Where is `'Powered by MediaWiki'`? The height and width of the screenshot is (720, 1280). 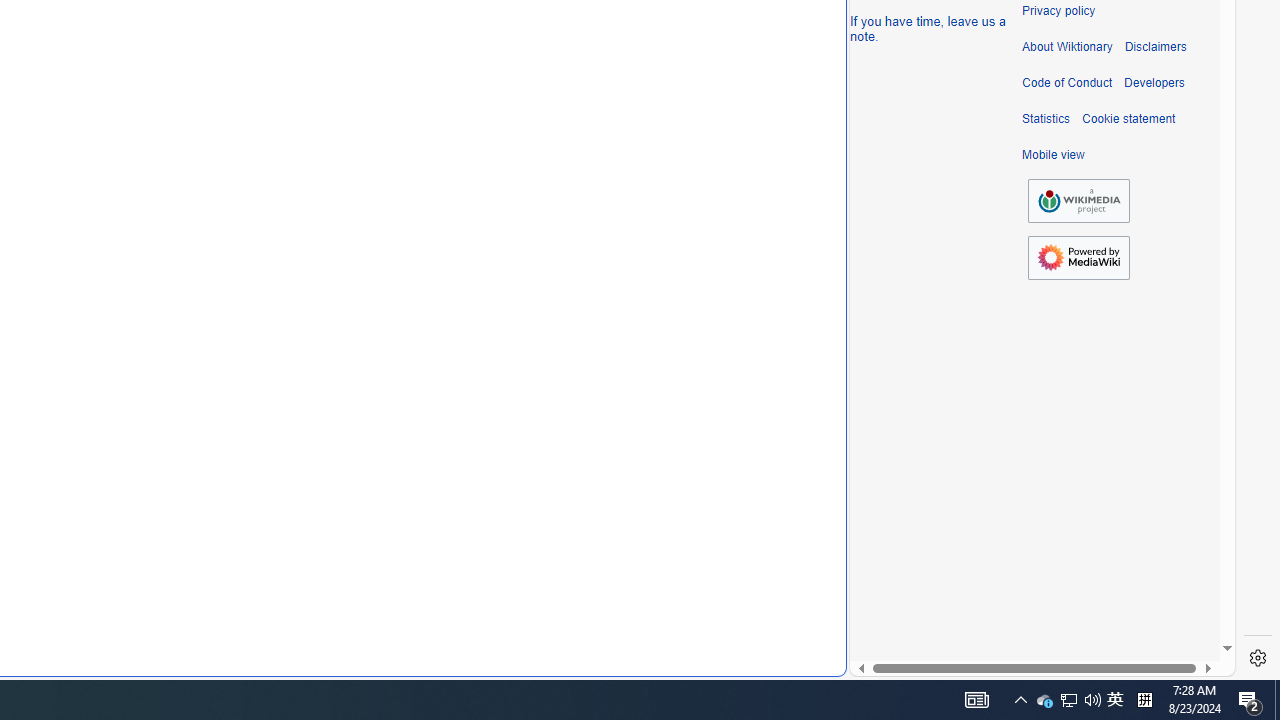 'Powered by MediaWiki' is located at coordinates (1078, 257).